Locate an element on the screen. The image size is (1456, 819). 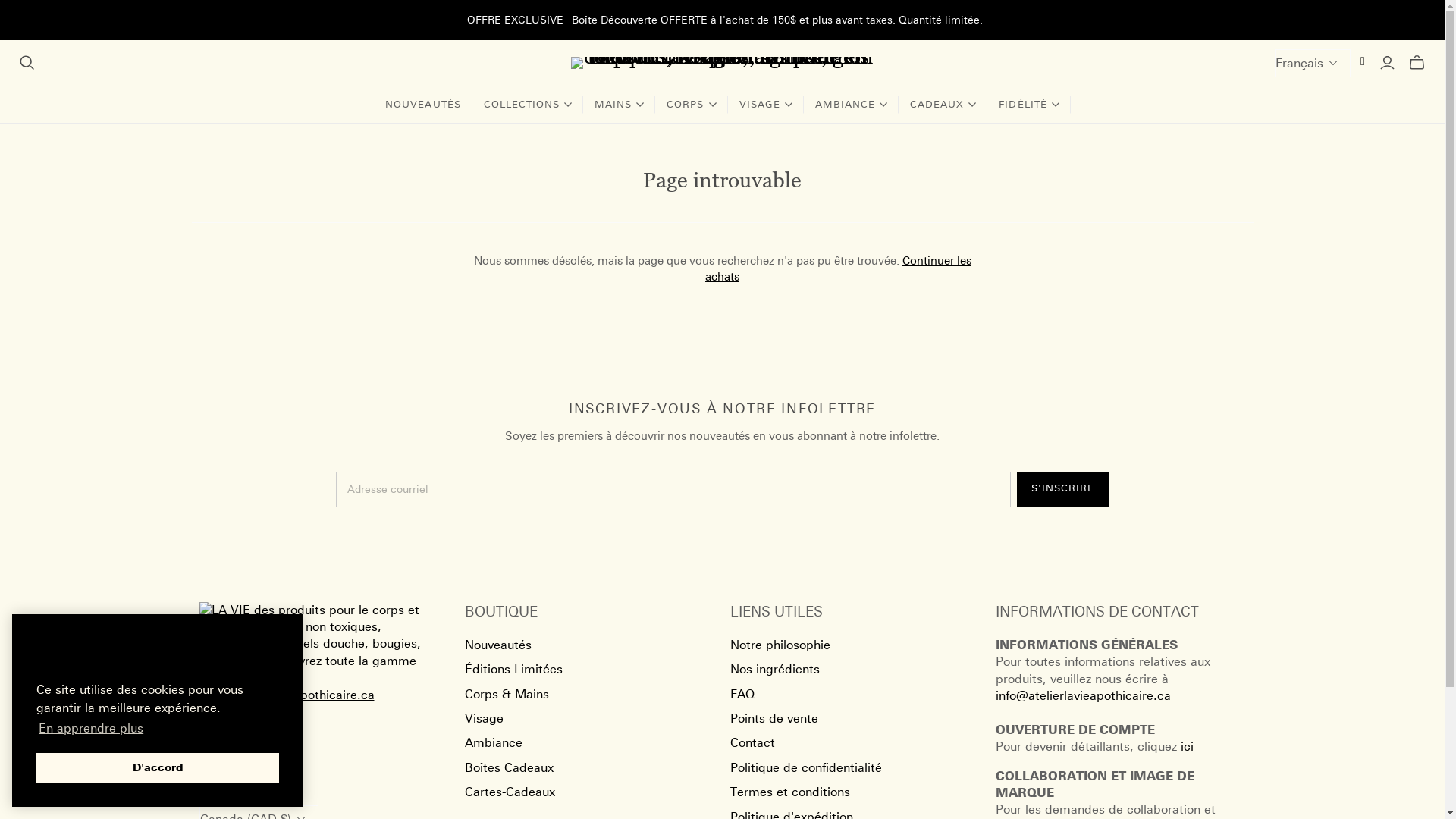
'Continuer les achats' is located at coordinates (837, 268).